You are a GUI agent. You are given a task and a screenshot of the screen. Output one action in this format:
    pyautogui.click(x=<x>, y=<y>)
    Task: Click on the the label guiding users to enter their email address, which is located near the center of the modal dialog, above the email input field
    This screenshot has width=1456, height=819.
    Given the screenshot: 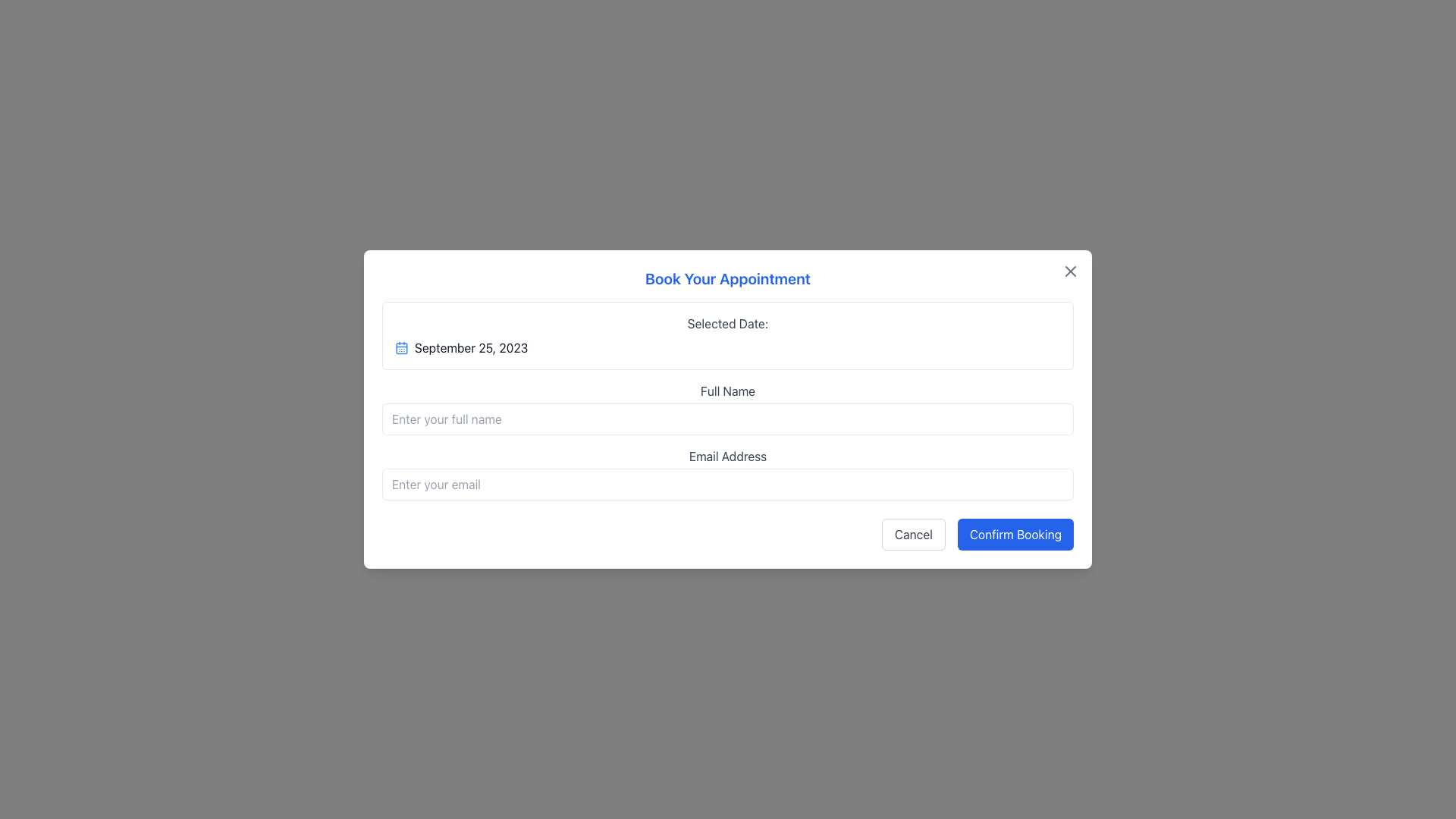 What is the action you would take?
    pyautogui.click(x=728, y=455)
    